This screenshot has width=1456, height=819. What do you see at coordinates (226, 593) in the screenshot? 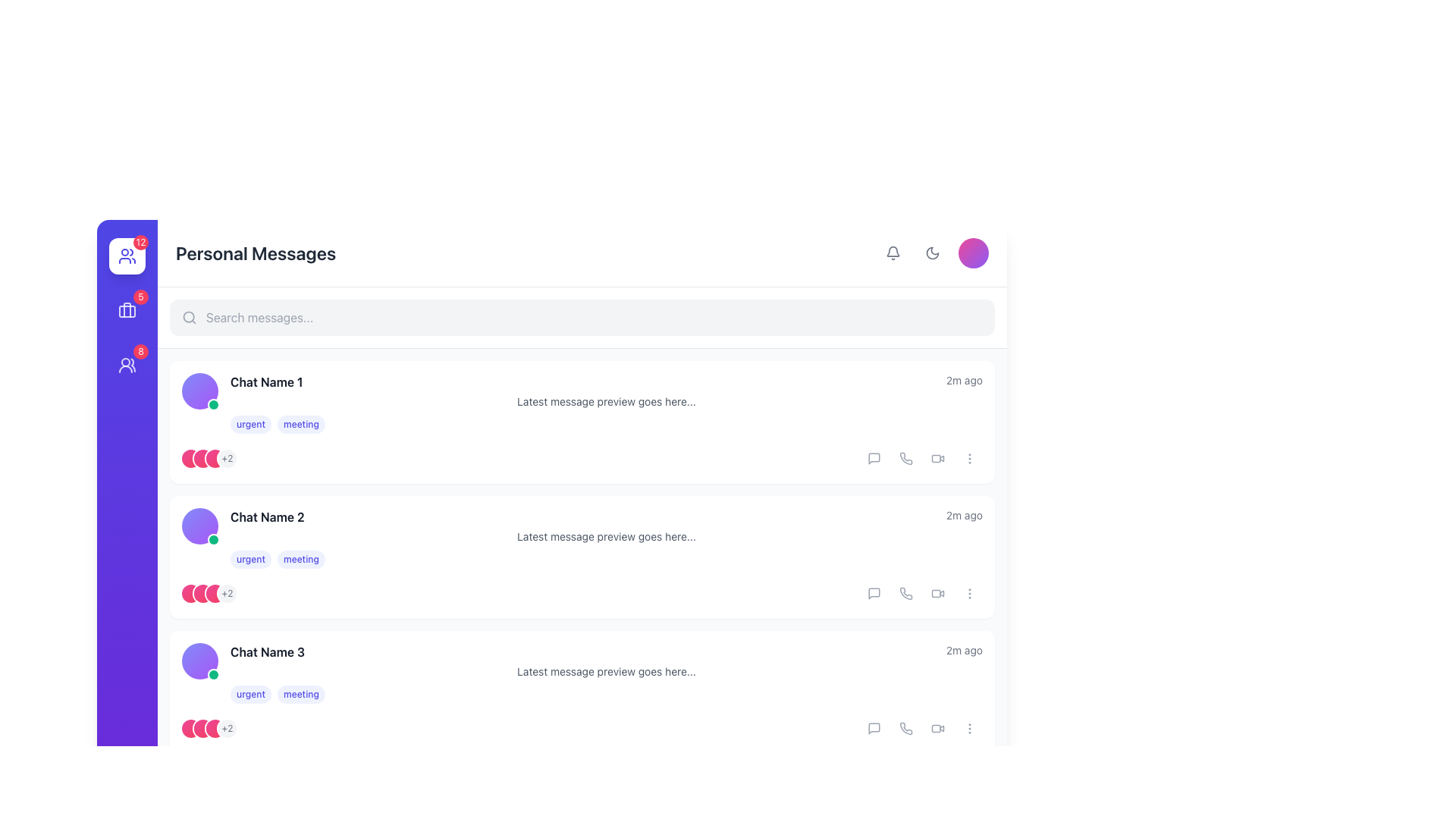
I see `the Counter badge element, which is a small circular badge displaying '+2' and located at the end of a row of overlapping avatars` at bounding box center [226, 593].